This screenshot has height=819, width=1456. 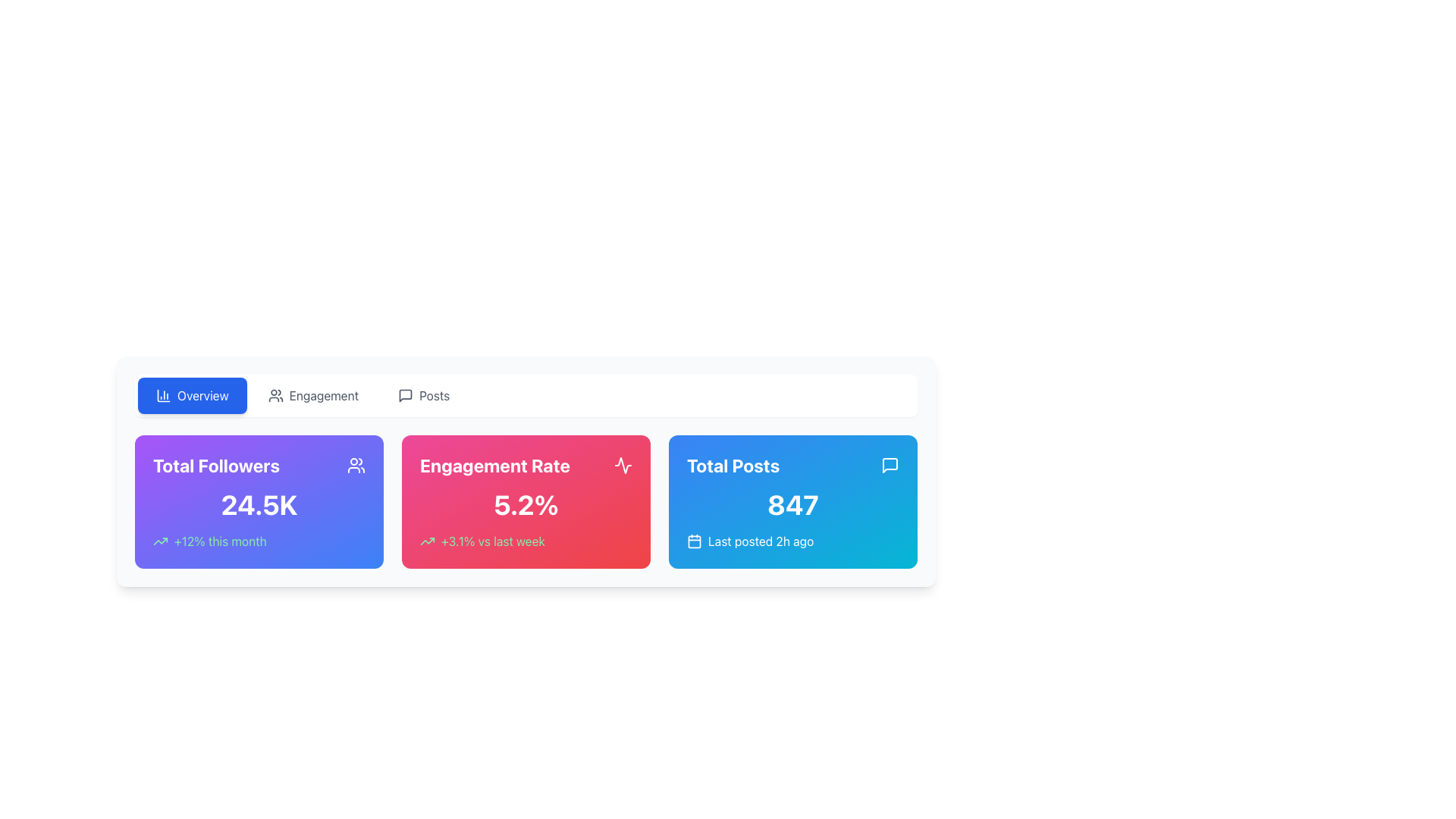 I want to click on the decorative icon that symbolizes collaboration, located to the left of the 'Engagement' button near the top-center of the layout, so click(x=275, y=394).